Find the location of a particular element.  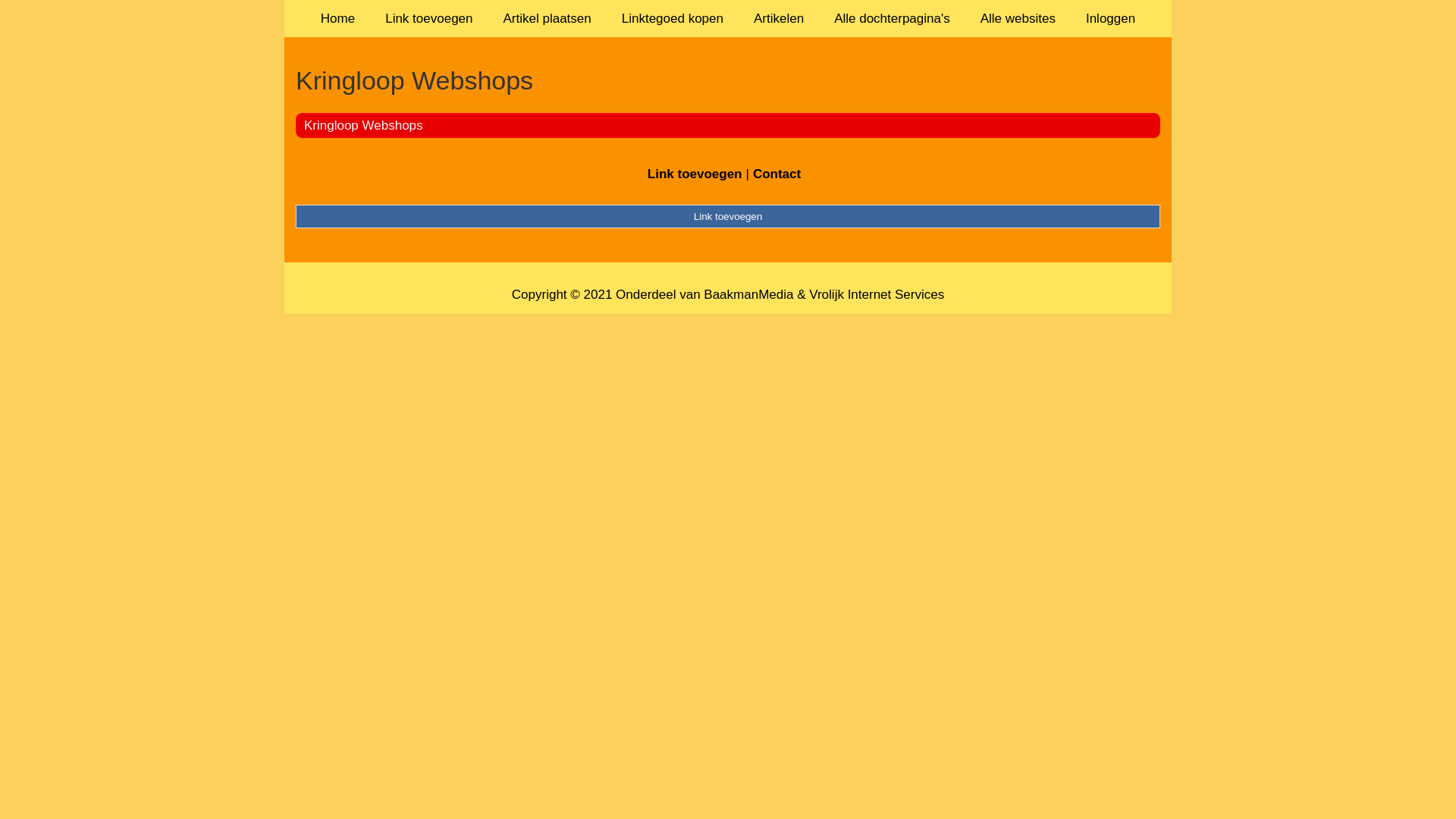

'Alle dochterpagina's' is located at coordinates (892, 18).